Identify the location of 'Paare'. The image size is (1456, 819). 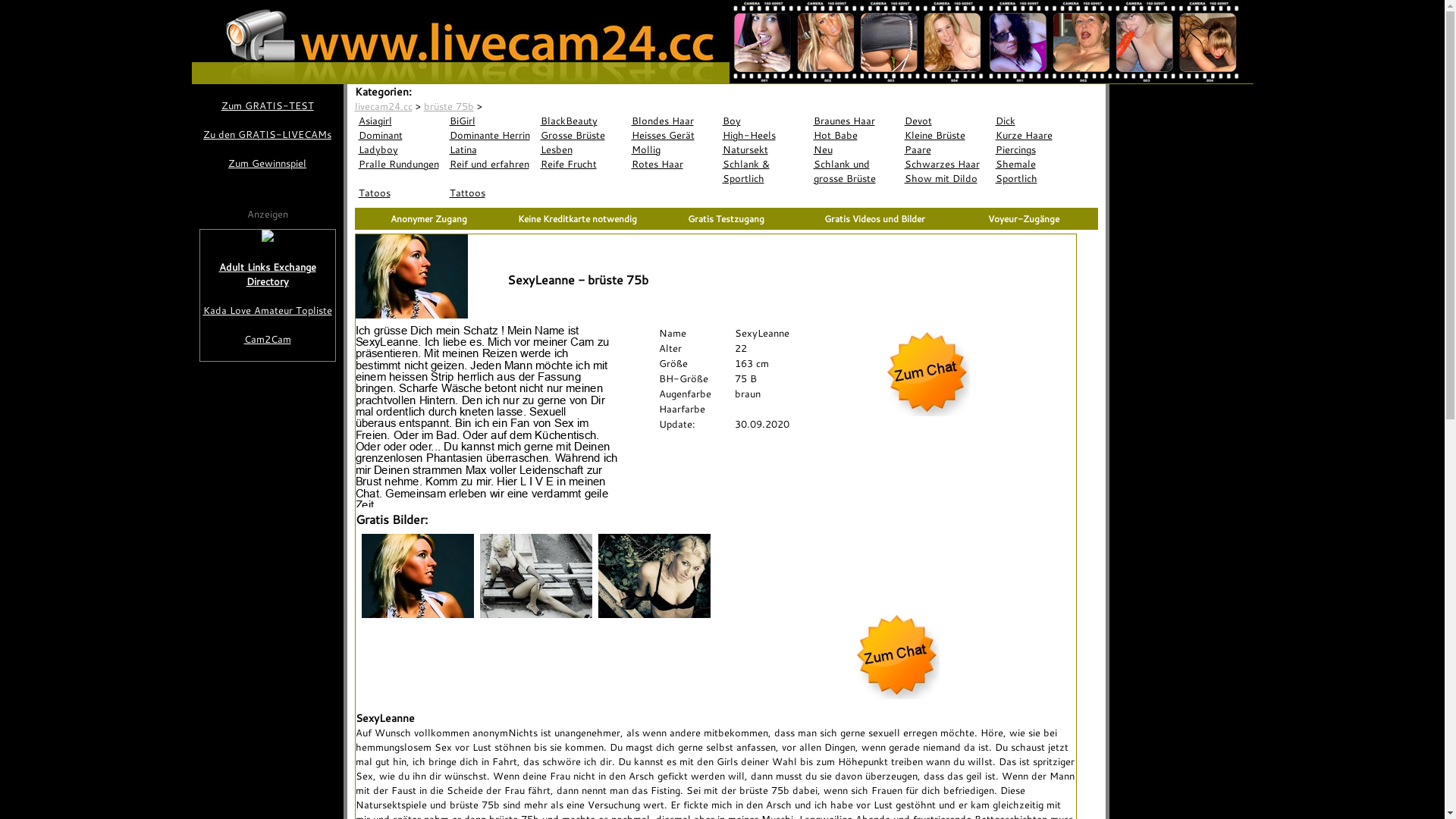
(946, 149).